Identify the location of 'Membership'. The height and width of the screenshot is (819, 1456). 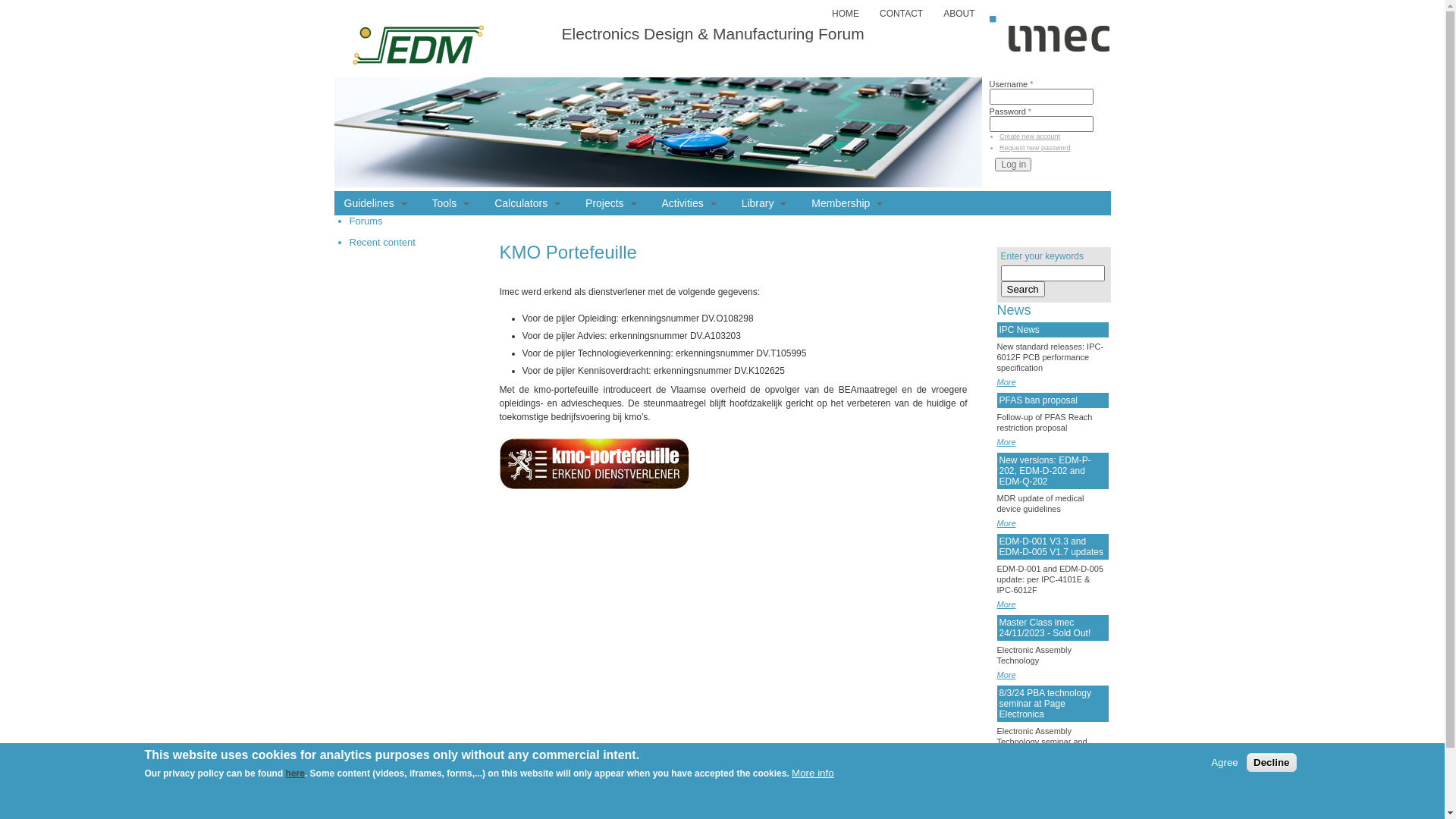
(846, 202).